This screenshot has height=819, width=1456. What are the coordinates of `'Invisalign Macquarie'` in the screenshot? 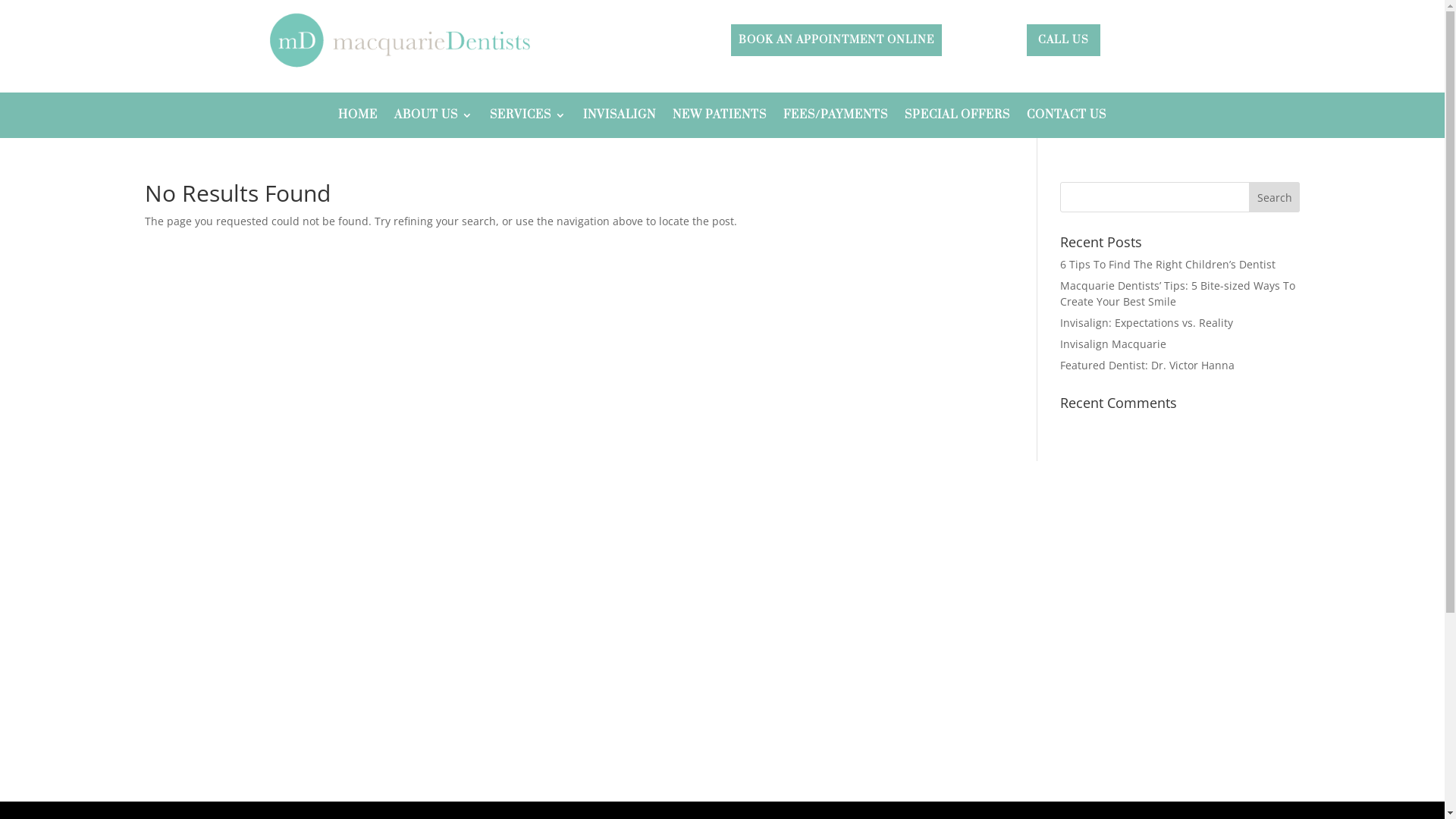 It's located at (1113, 344).